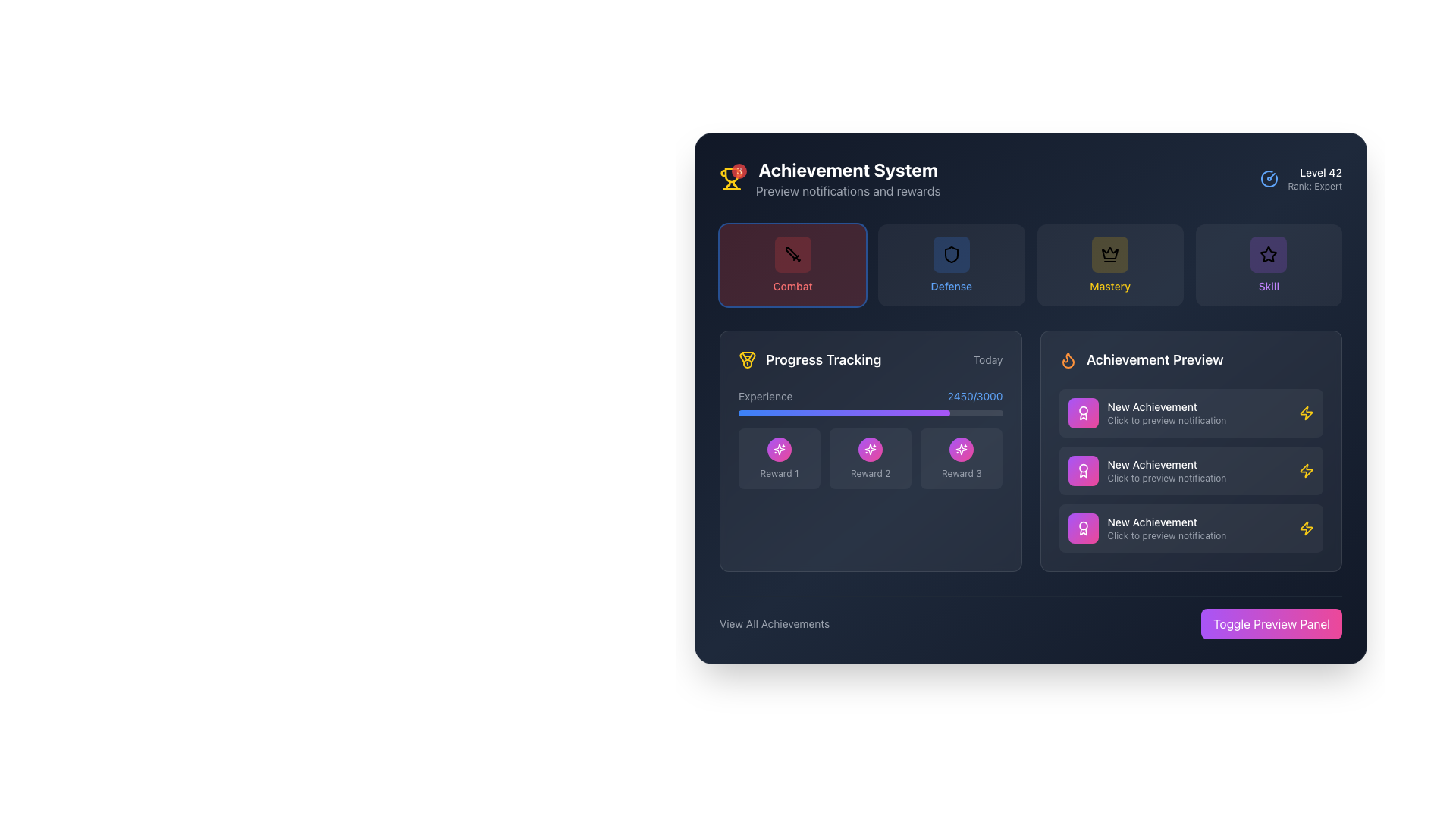  What do you see at coordinates (843, 413) in the screenshot?
I see `the leftmost segment of the 'Experience' progress bar within the 'Progress Tracking' section, which indicates the user's progress towards a goal` at bounding box center [843, 413].